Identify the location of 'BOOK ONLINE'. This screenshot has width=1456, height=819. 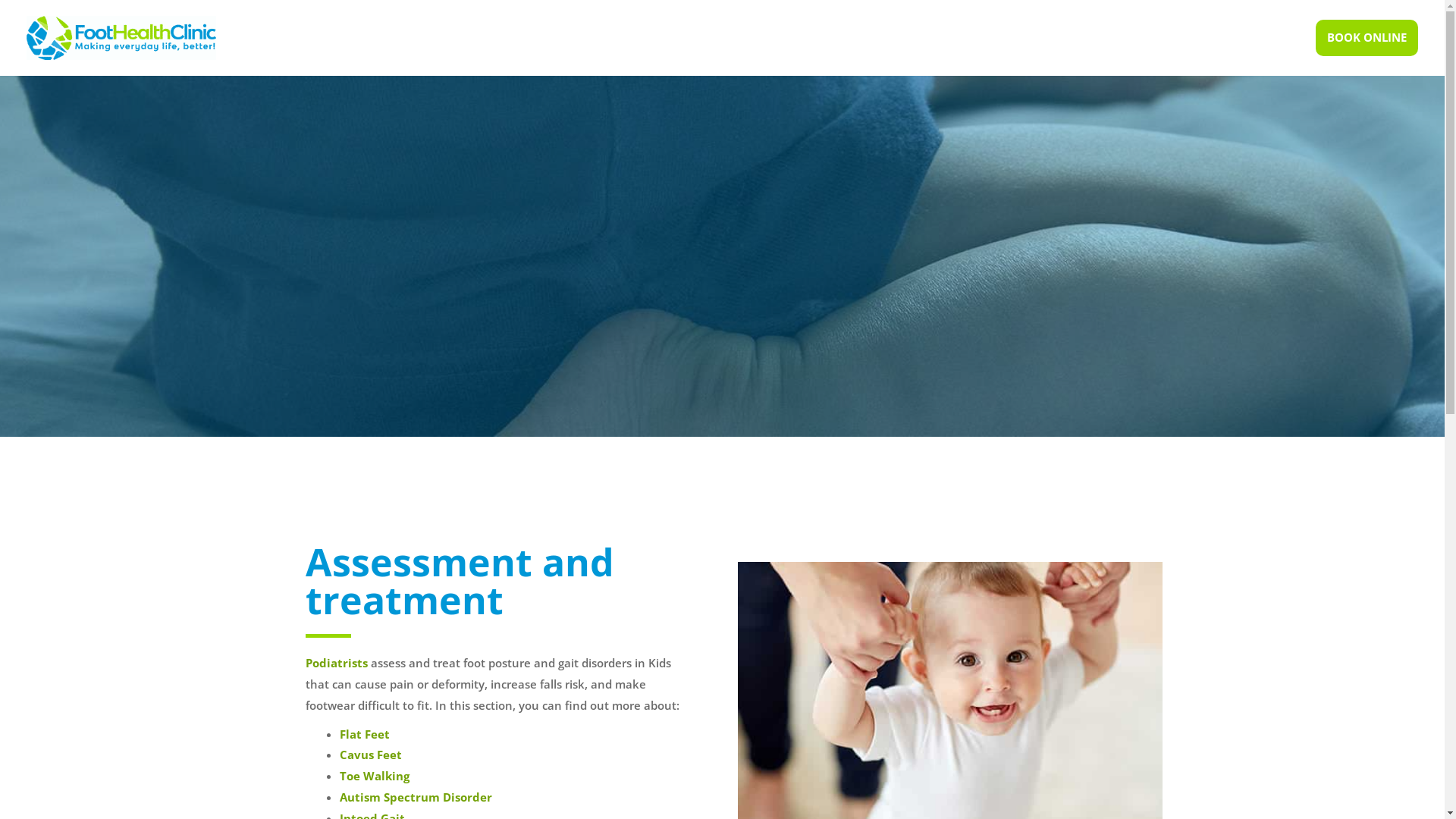
(1367, 37).